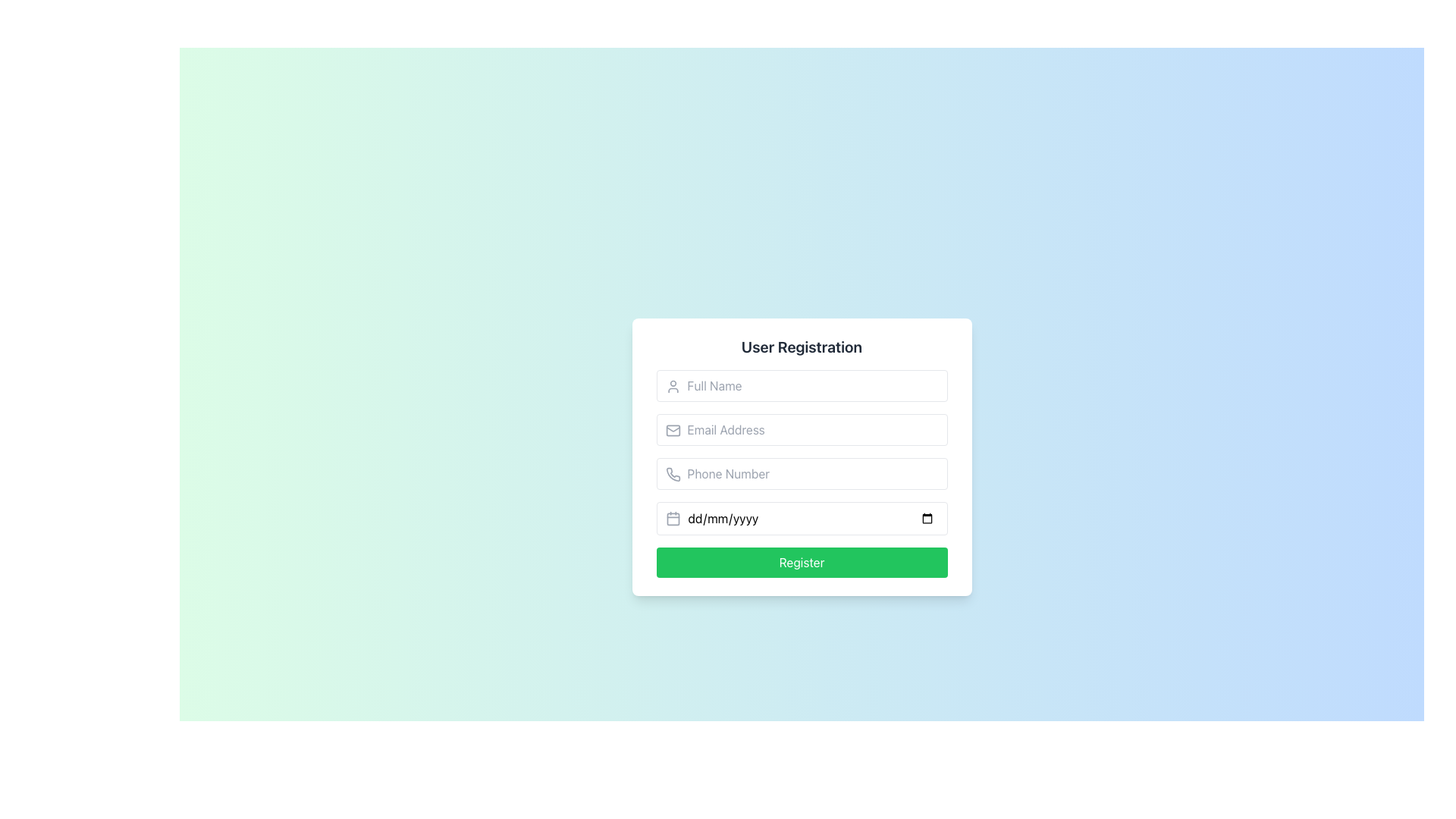 The image size is (1456, 819). Describe the element at coordinates (672, 473) in the screenshot. I see `the small gray phone icon with rounded edges located to the left of the 'Phone Number' input field in the 'User Registration' form` at that location.